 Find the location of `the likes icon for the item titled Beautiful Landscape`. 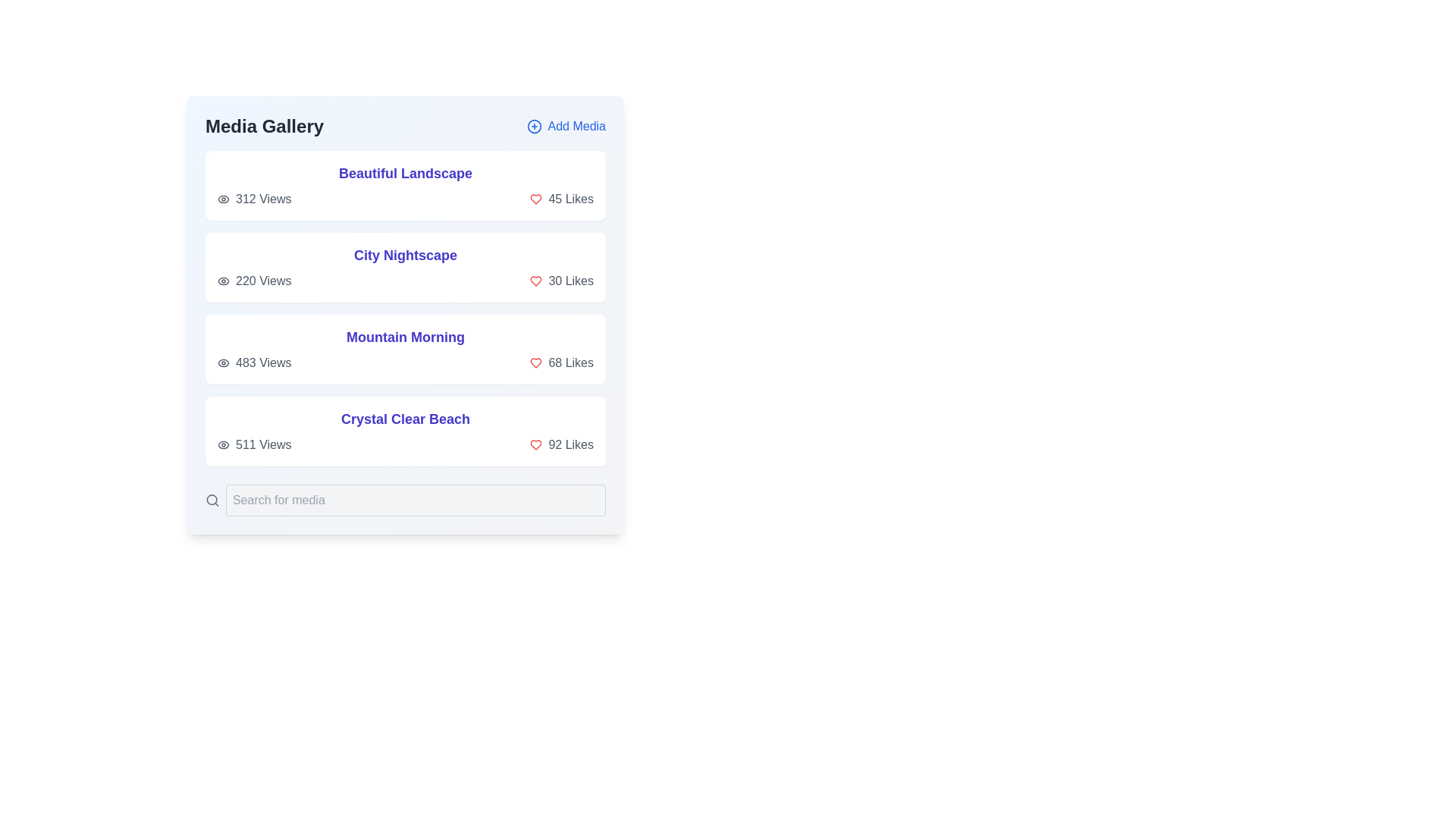

the likes icon for the item titled Beautiful Landscape is located at coordinates (535, 198).